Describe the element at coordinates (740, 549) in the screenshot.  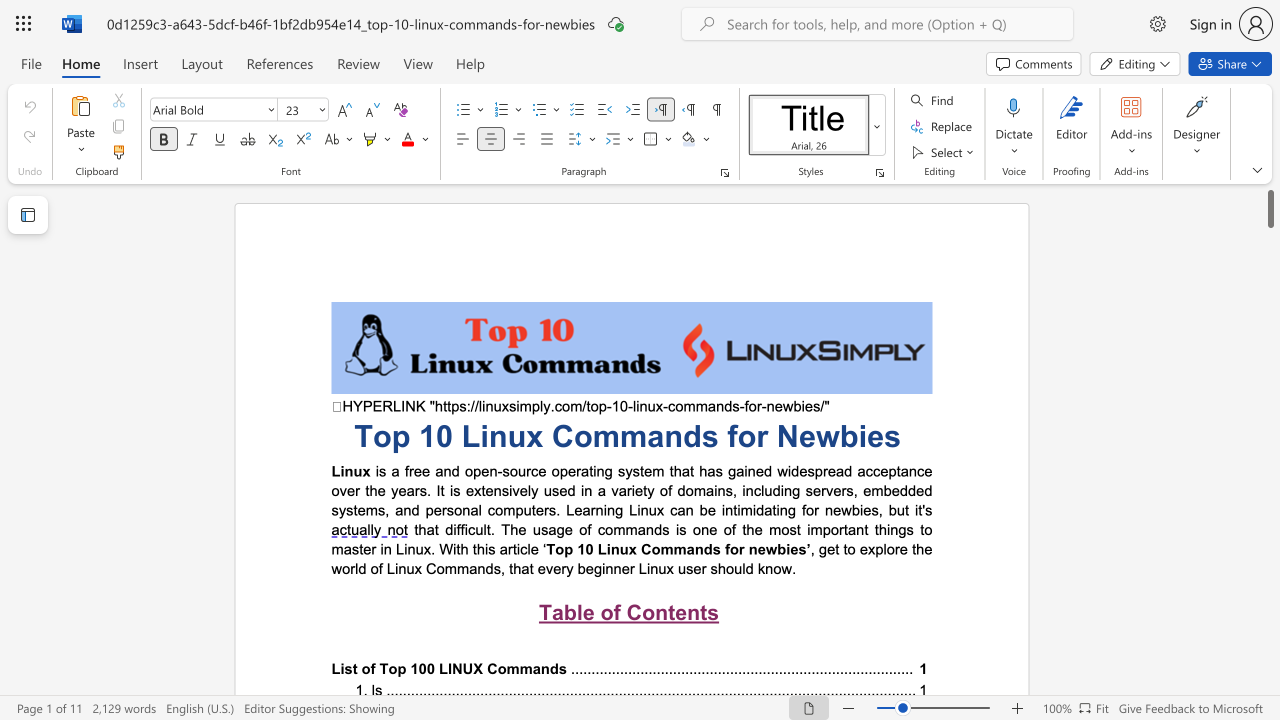
I see `the 1th character "r" in the text` at that location.